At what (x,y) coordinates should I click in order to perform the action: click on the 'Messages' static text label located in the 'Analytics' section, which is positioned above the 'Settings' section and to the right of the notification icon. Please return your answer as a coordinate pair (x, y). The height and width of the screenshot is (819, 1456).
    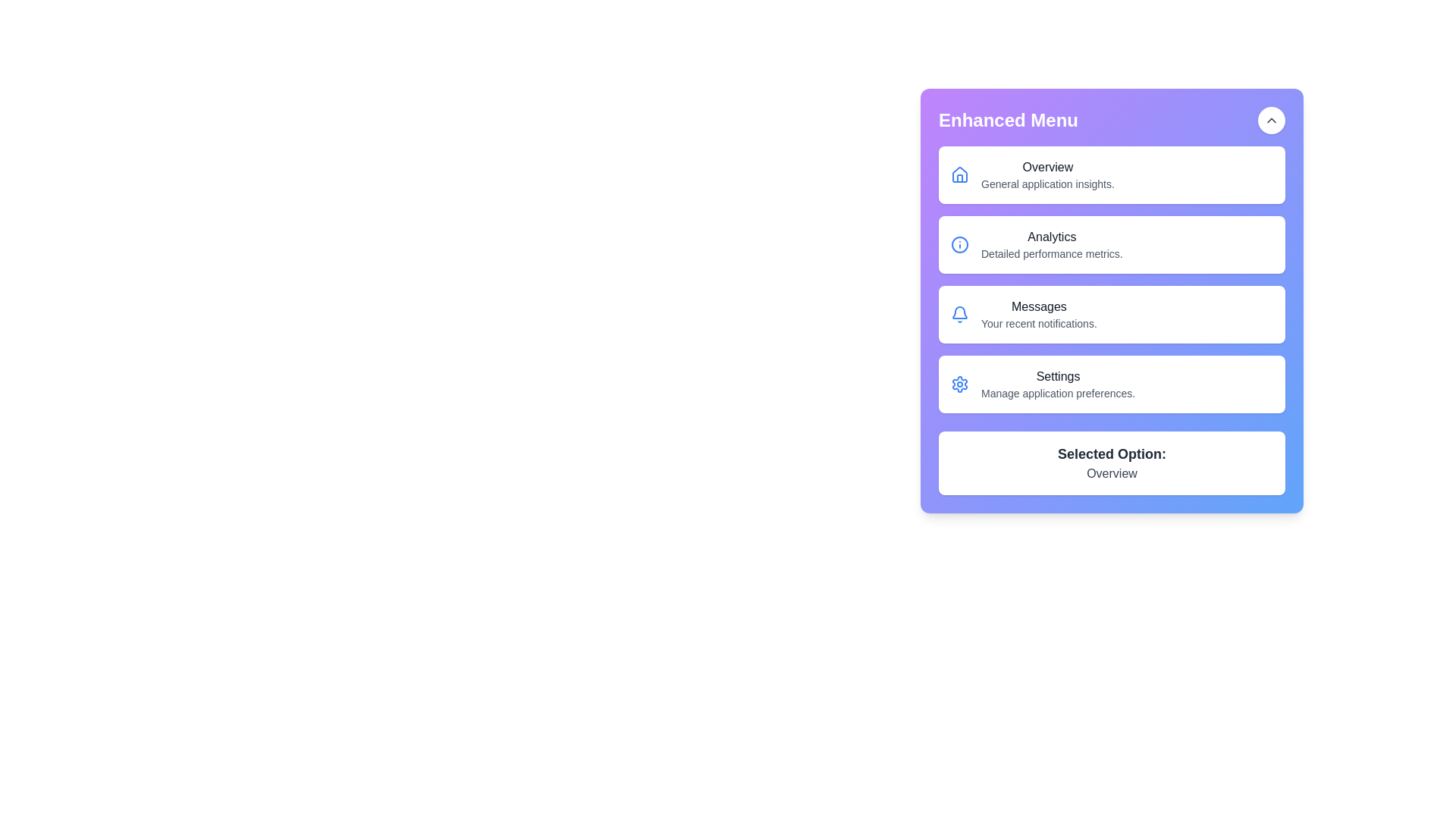
    Looking at the image, I should click on (1038, 307).